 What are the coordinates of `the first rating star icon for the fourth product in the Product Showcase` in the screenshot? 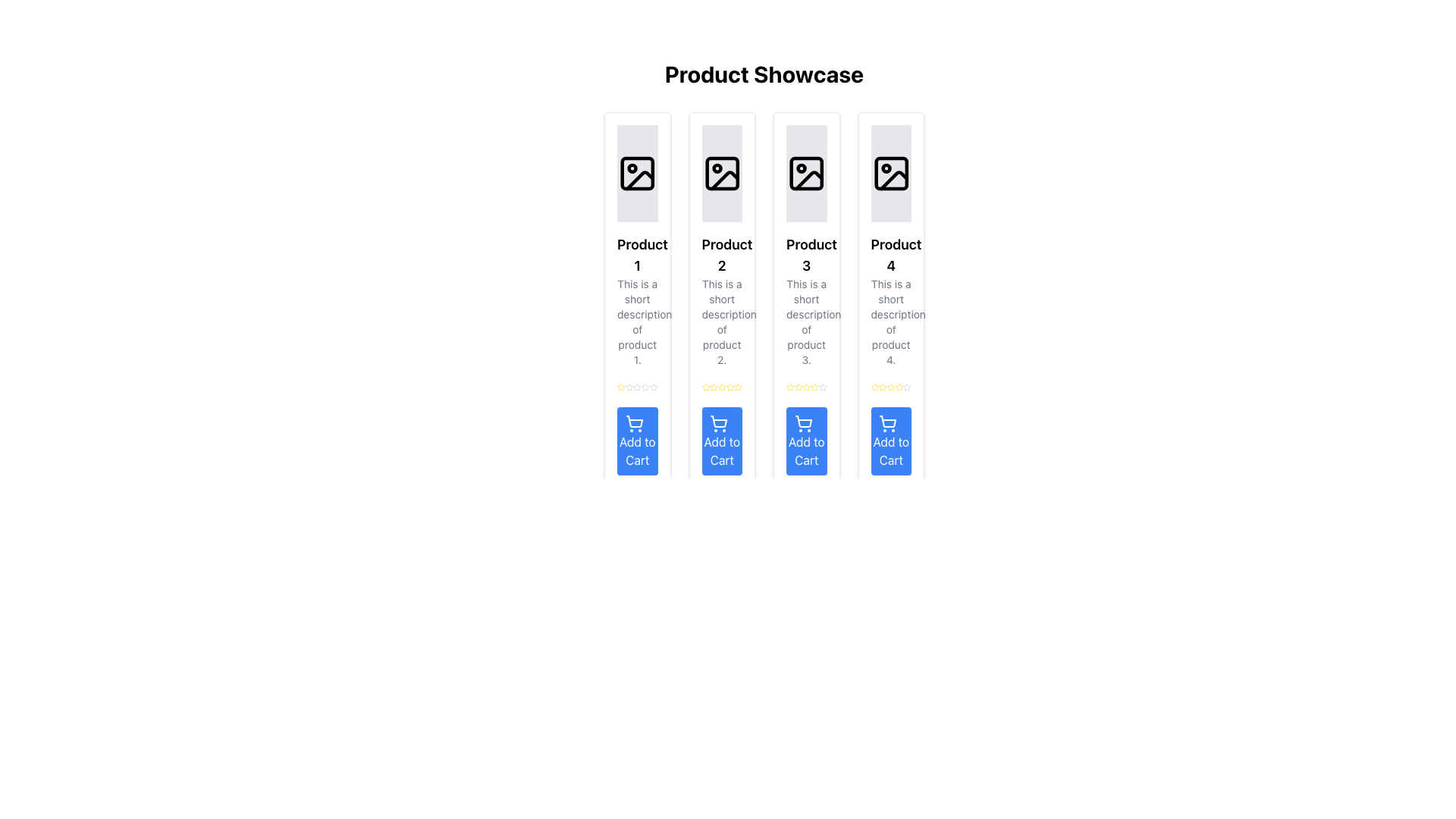 It's located at (891, 386).